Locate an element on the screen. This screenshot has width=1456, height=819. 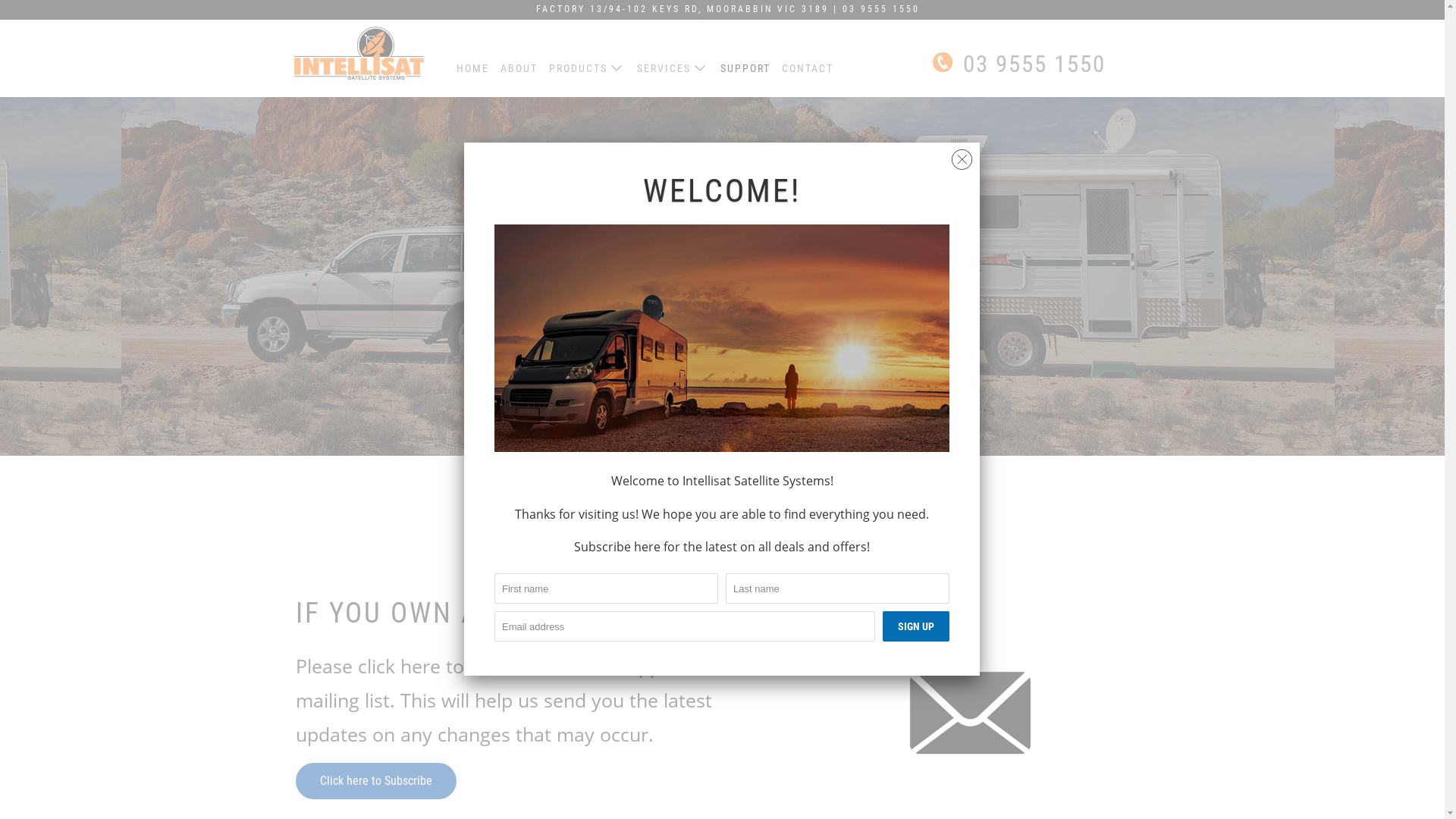
'Intellisat' is located at coordinates (280, 57).